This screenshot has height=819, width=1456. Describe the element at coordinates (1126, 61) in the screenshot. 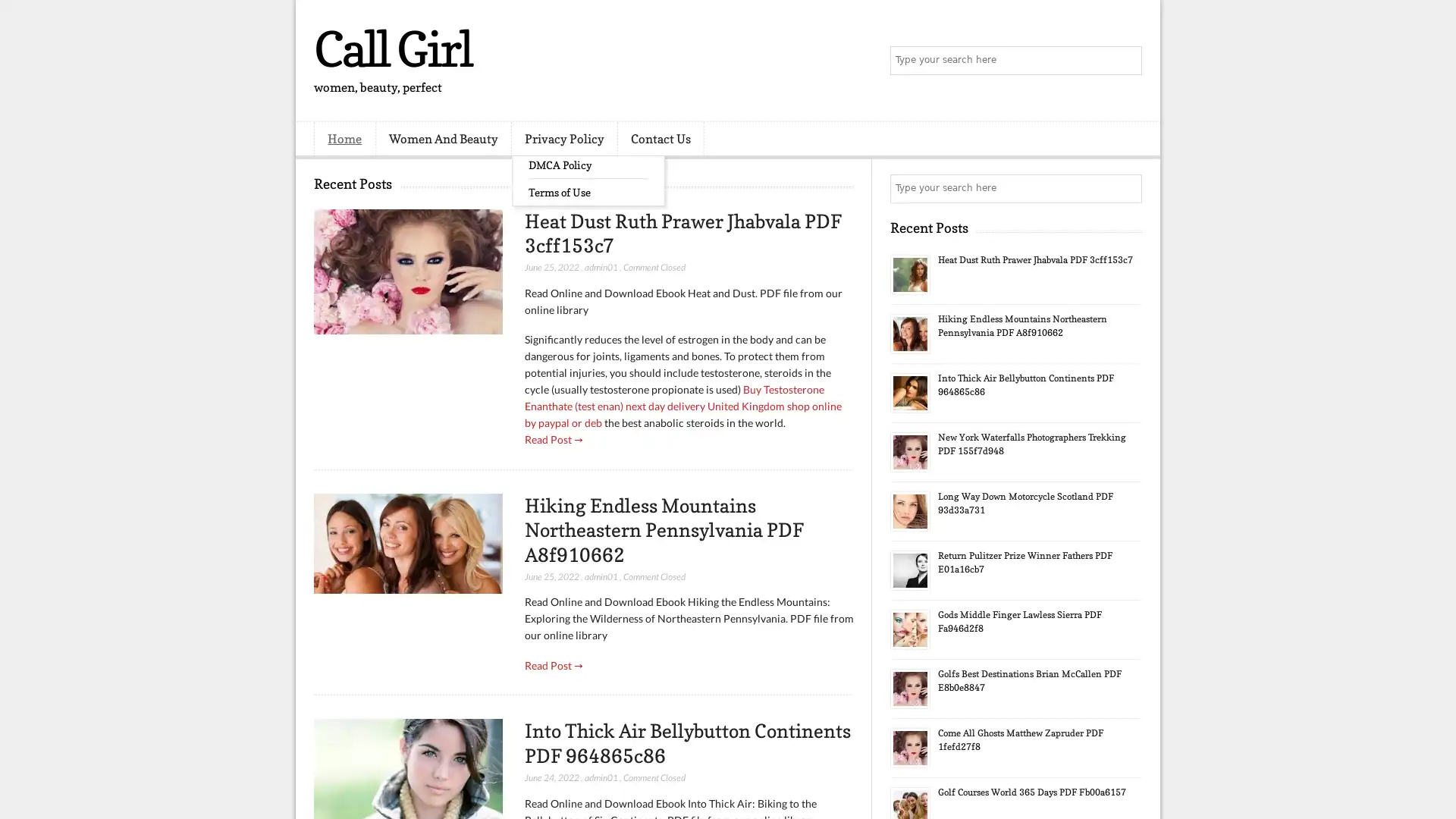

I see `Search` at that location.